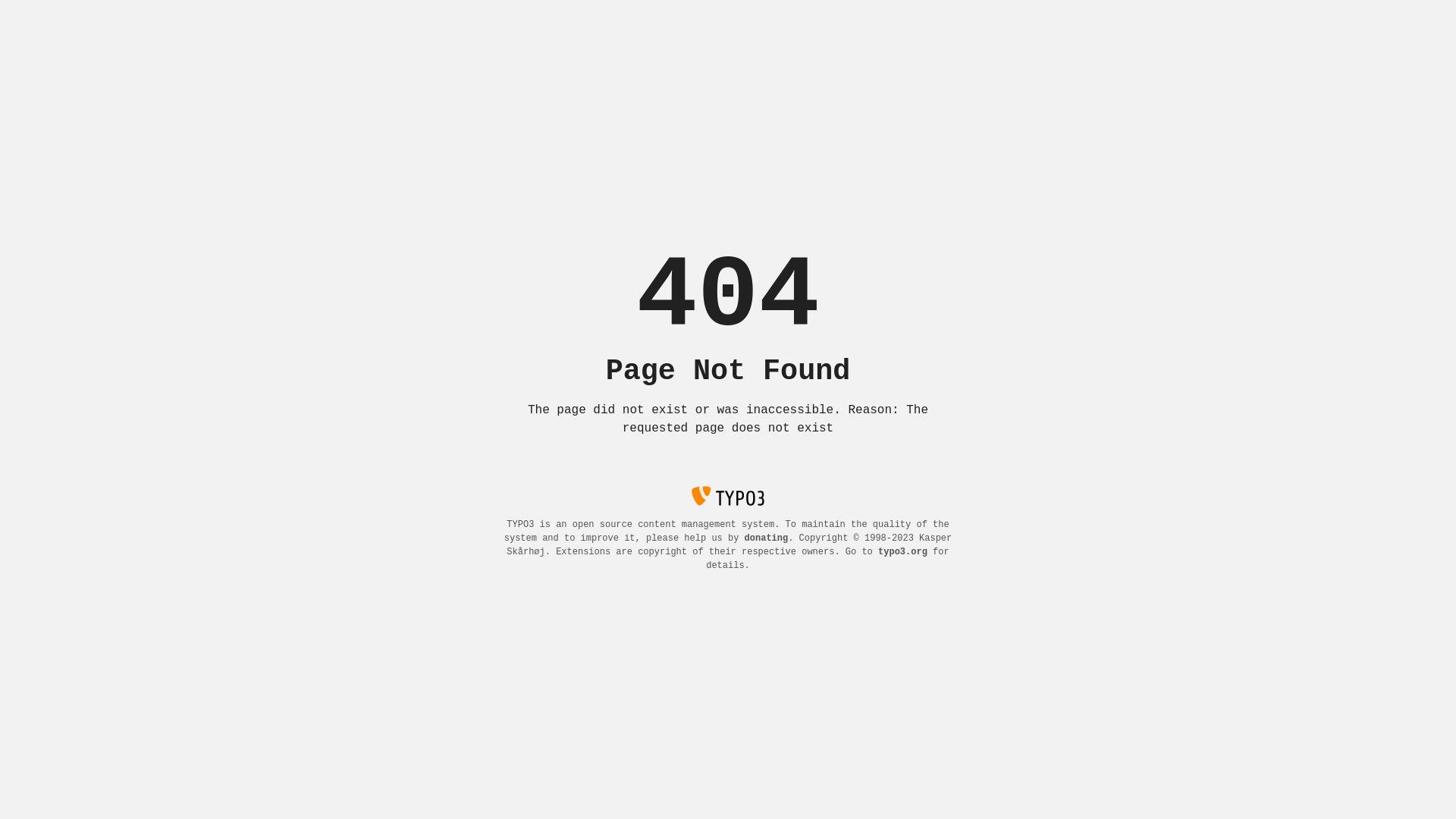  What do you see at coordinates (767, 537) in the screenshot?
I see `'donating'` at bounding box center [767, 537].